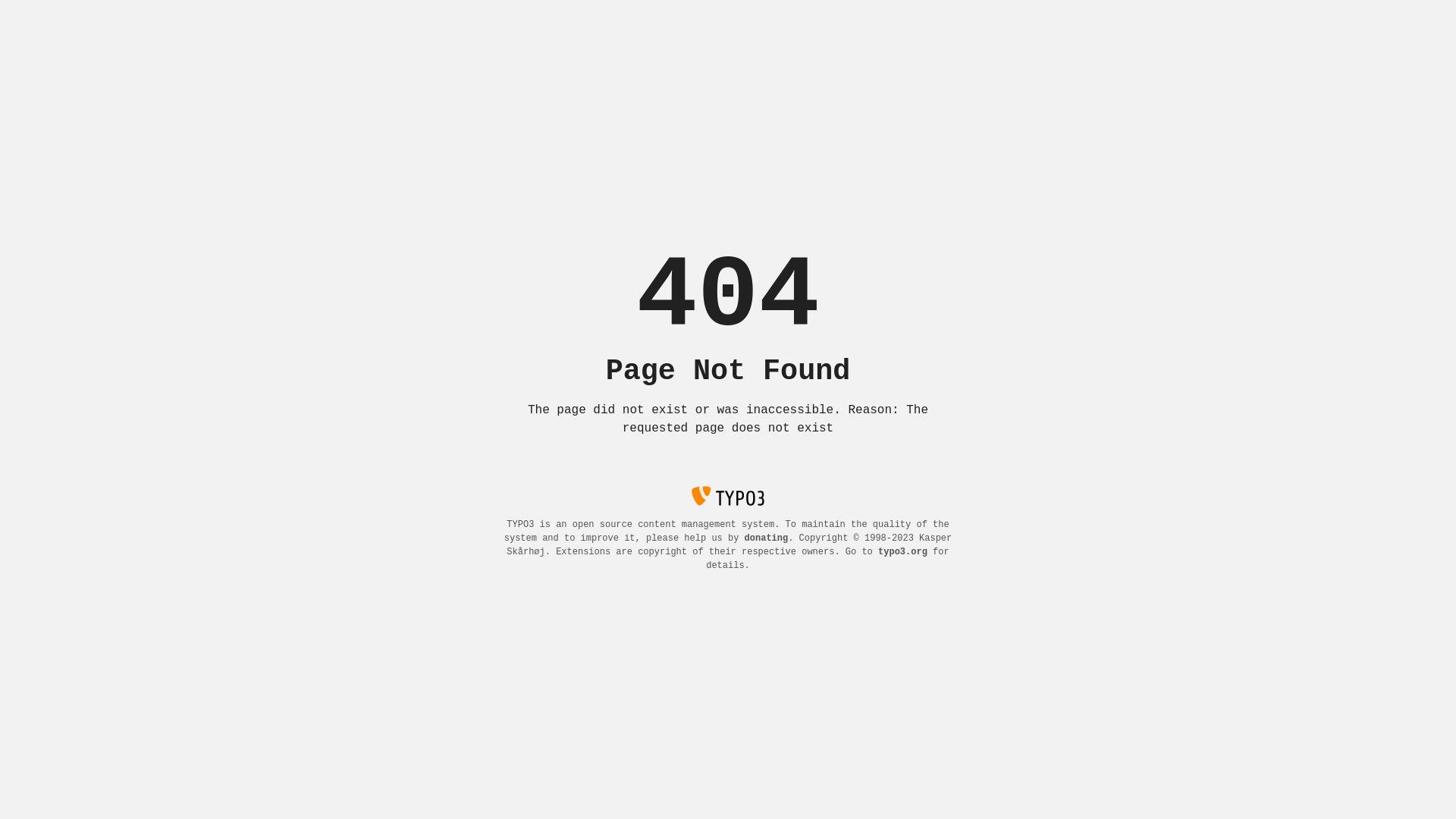  What do you see at coordinates (767, 537) in the screenshot?
I see `'donating'` at bounding box center [767, 537].